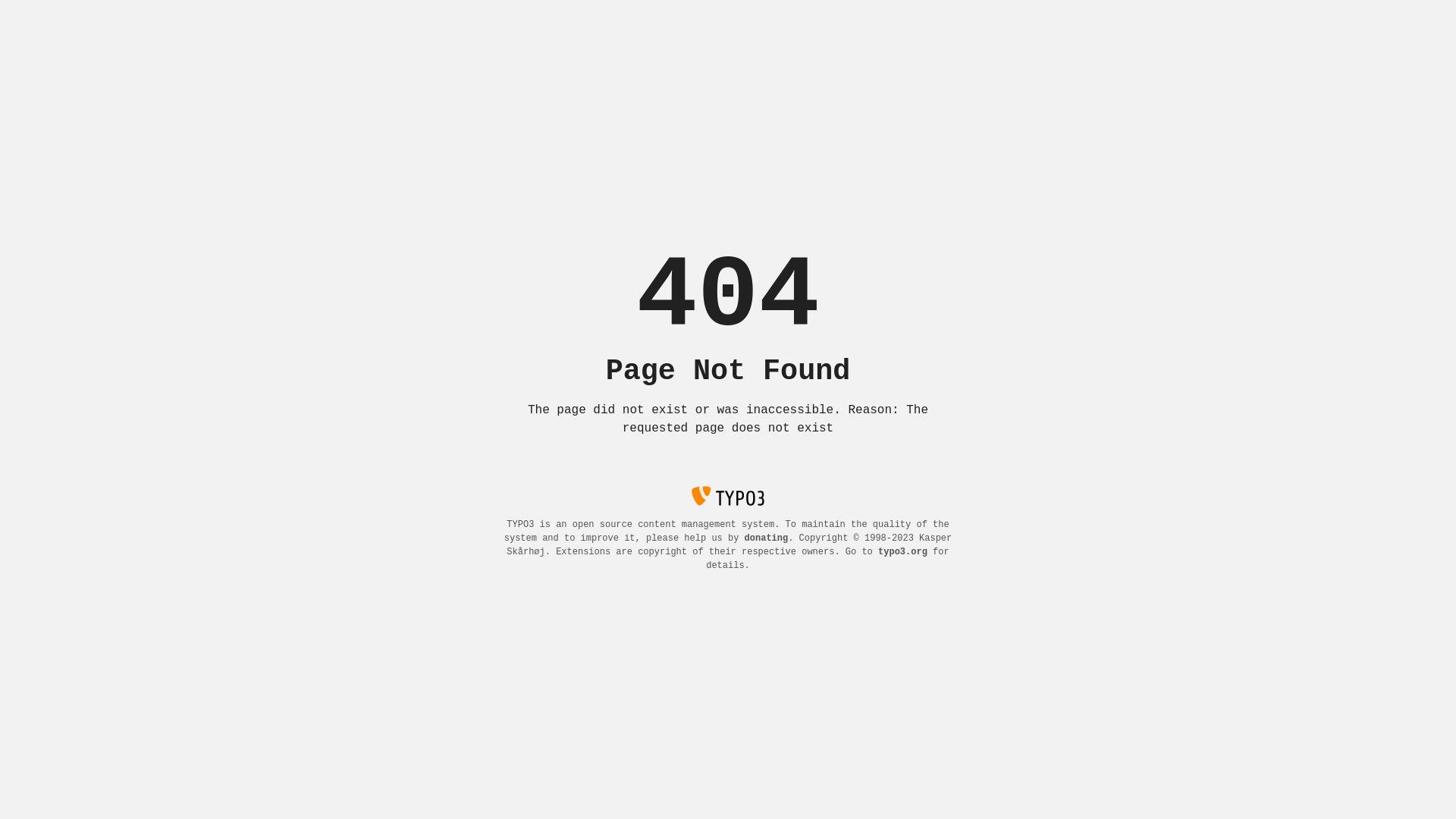  What do you see at coordinates (767, 537) in the screenshot?
I see `'donating'` at bounding box center [767, 537].